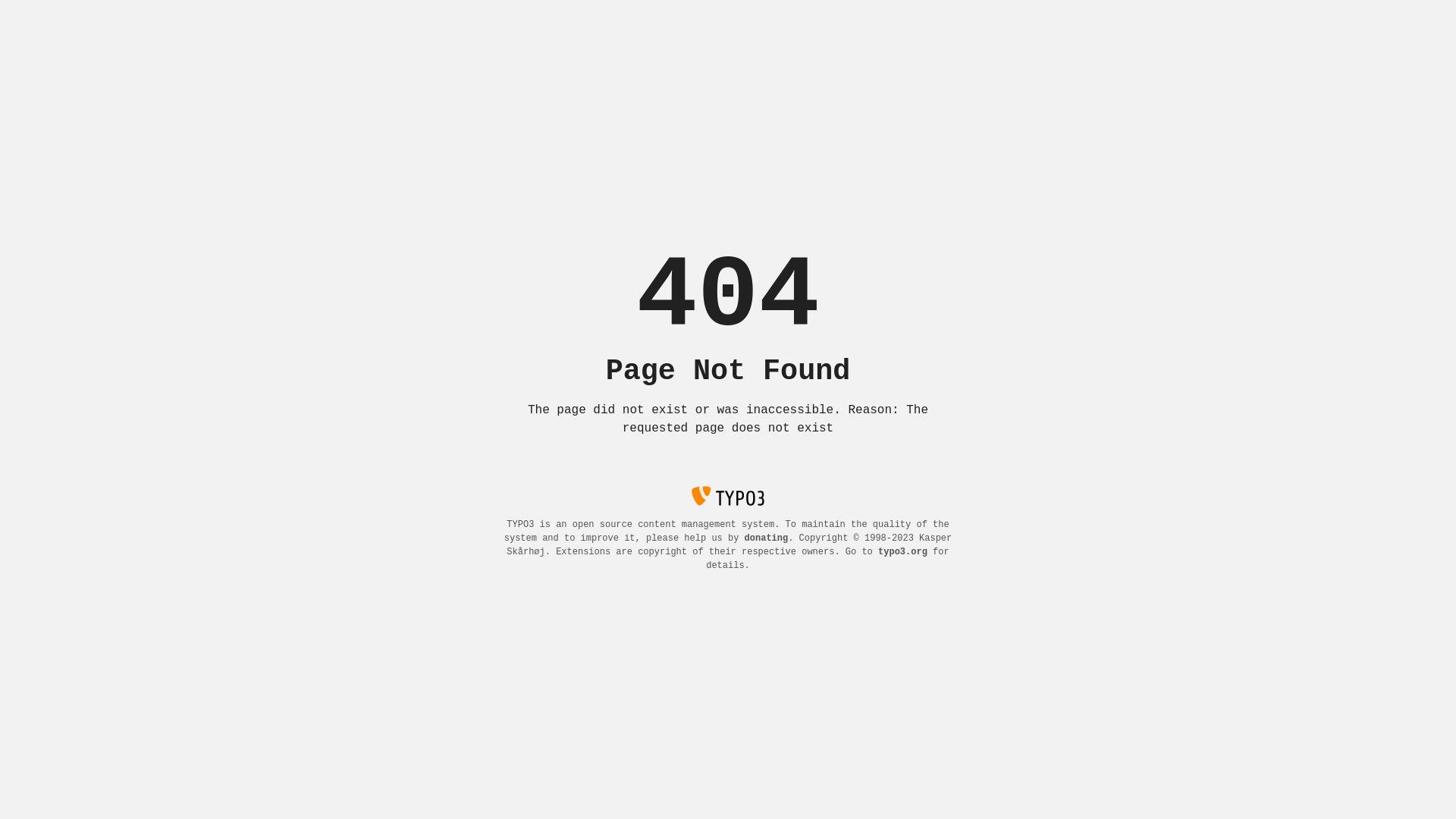  What do you see at coordinates (767, 537) in the screenshot?
I see `'donating'` at bounding box center [767, 537].